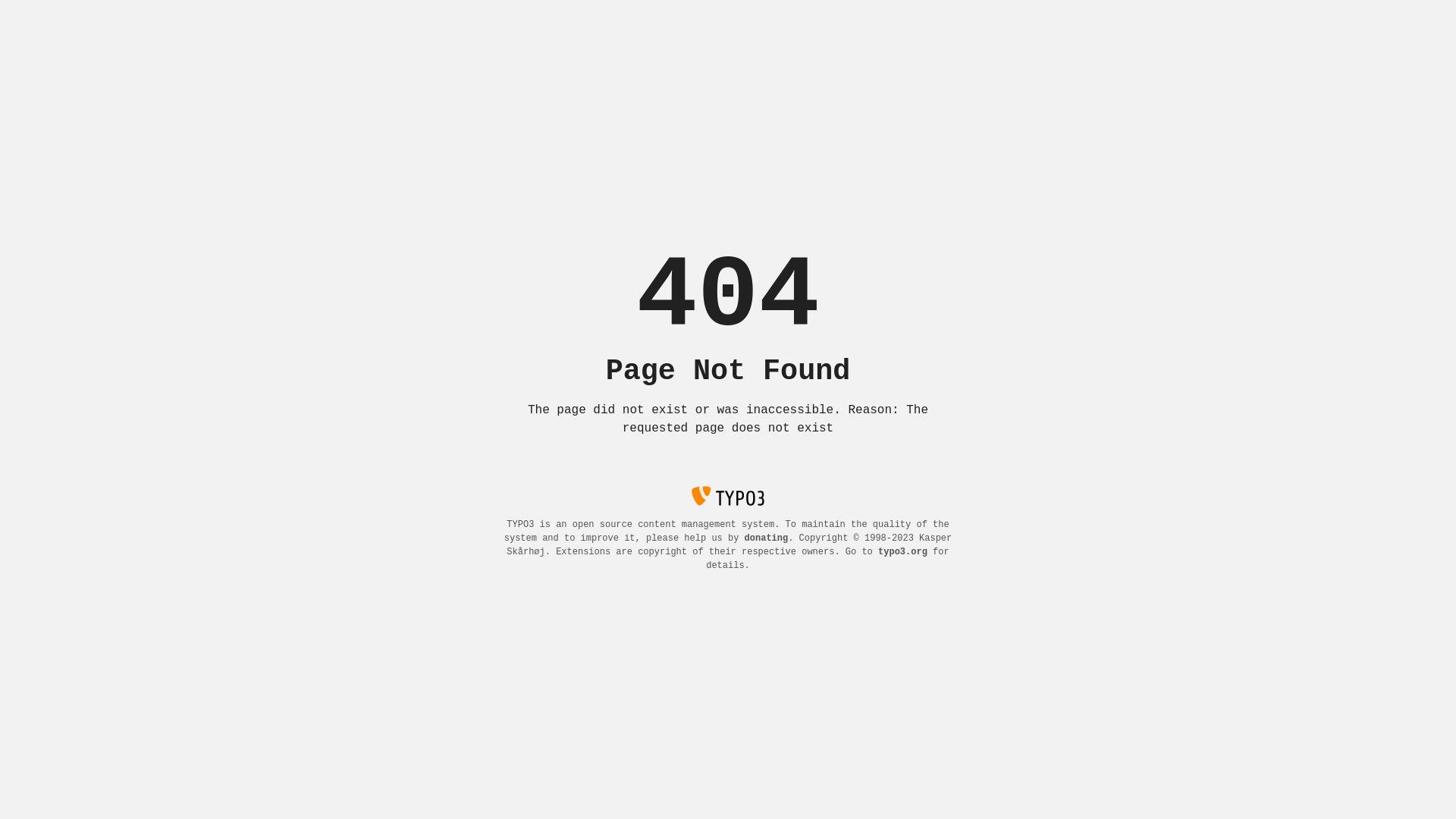  What do you see at coordinates (767, 537) in the screenshot?
I see `'donating'` at bounding box center [767, 537].